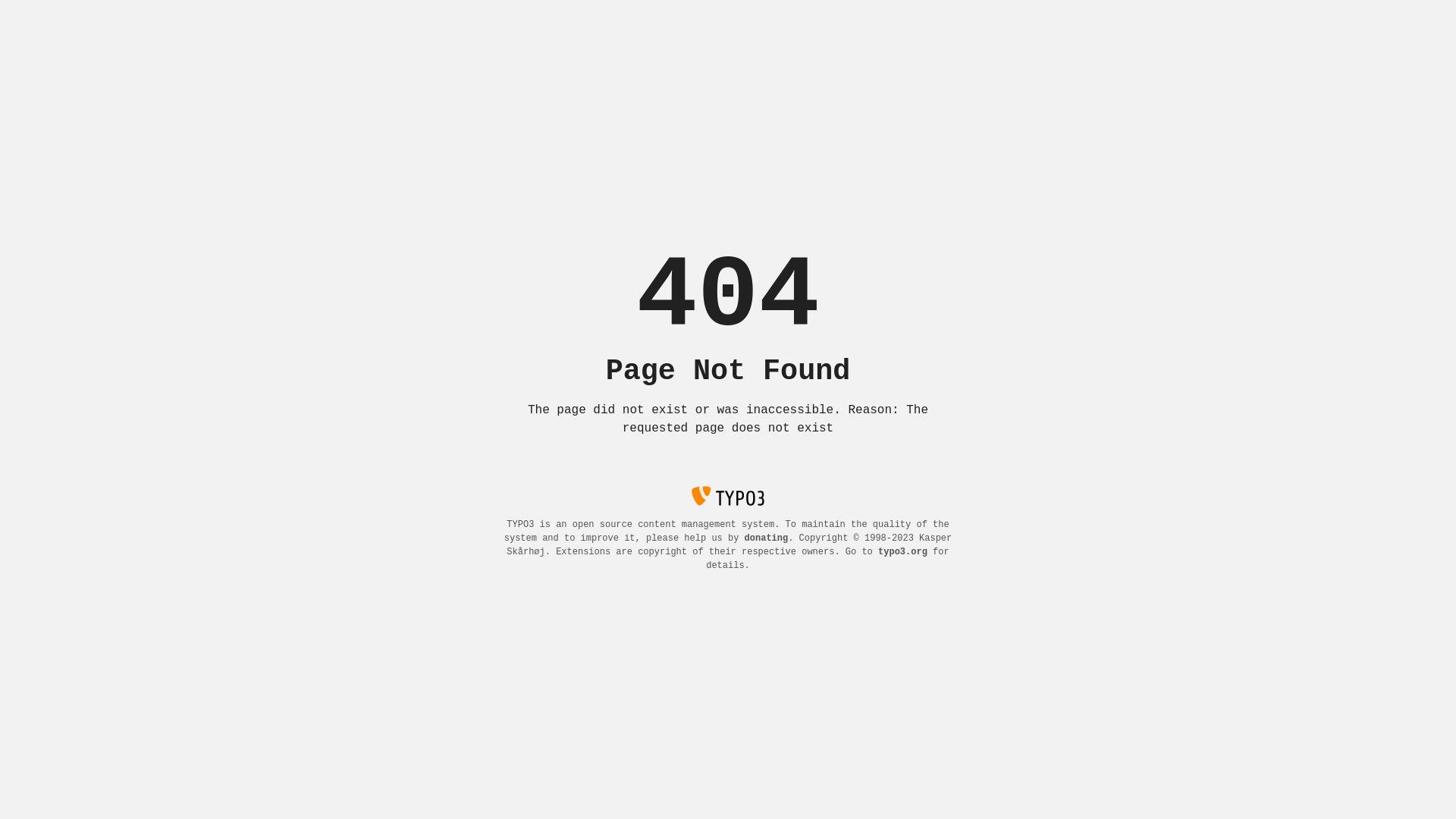  What do you see at coordinates (767, 537) in the screenshot?
I see `'donating'` at bounding box center [767, 537].